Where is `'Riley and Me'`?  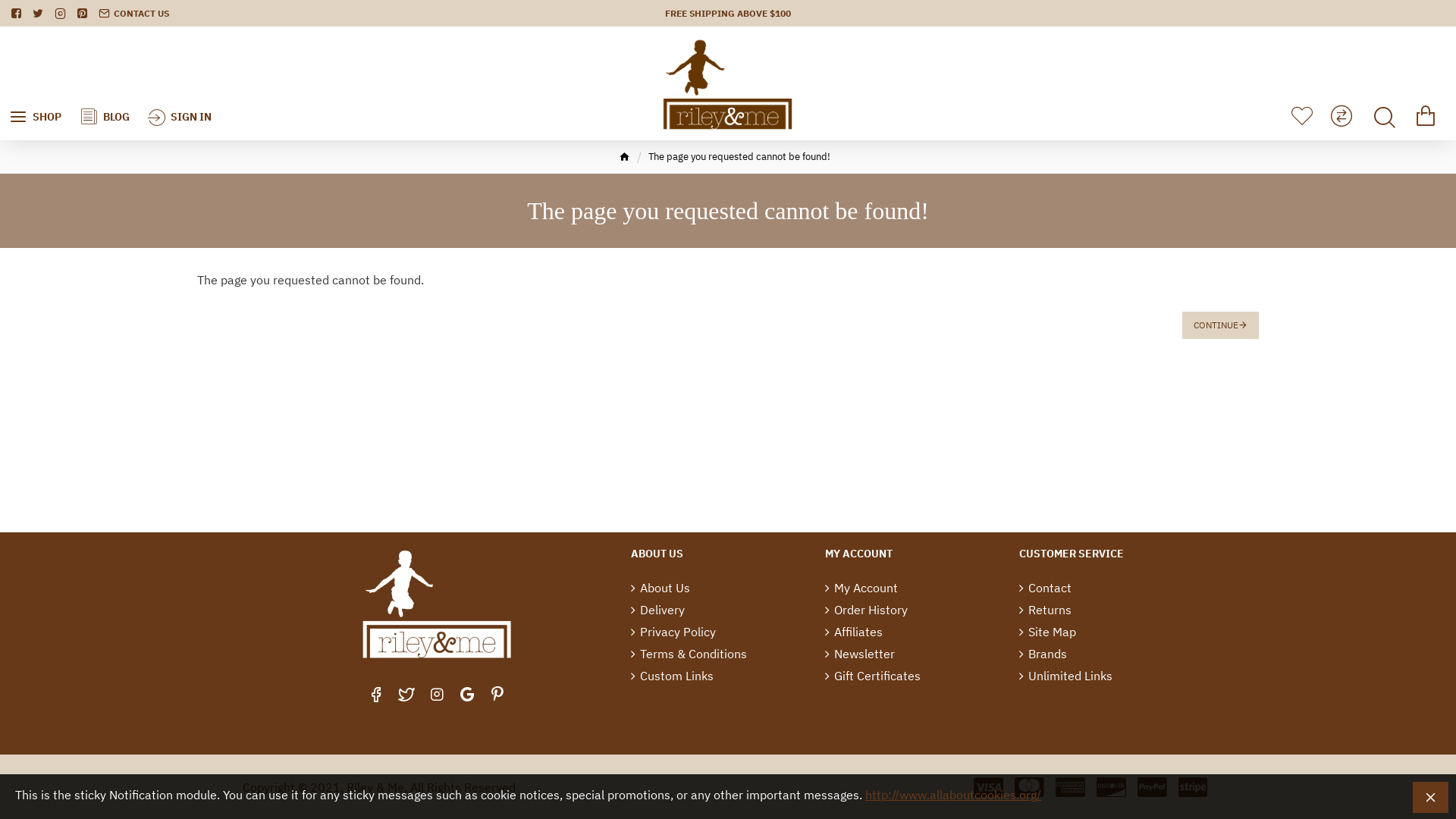
'Riley and Me' is located at coordinates (661, 83).